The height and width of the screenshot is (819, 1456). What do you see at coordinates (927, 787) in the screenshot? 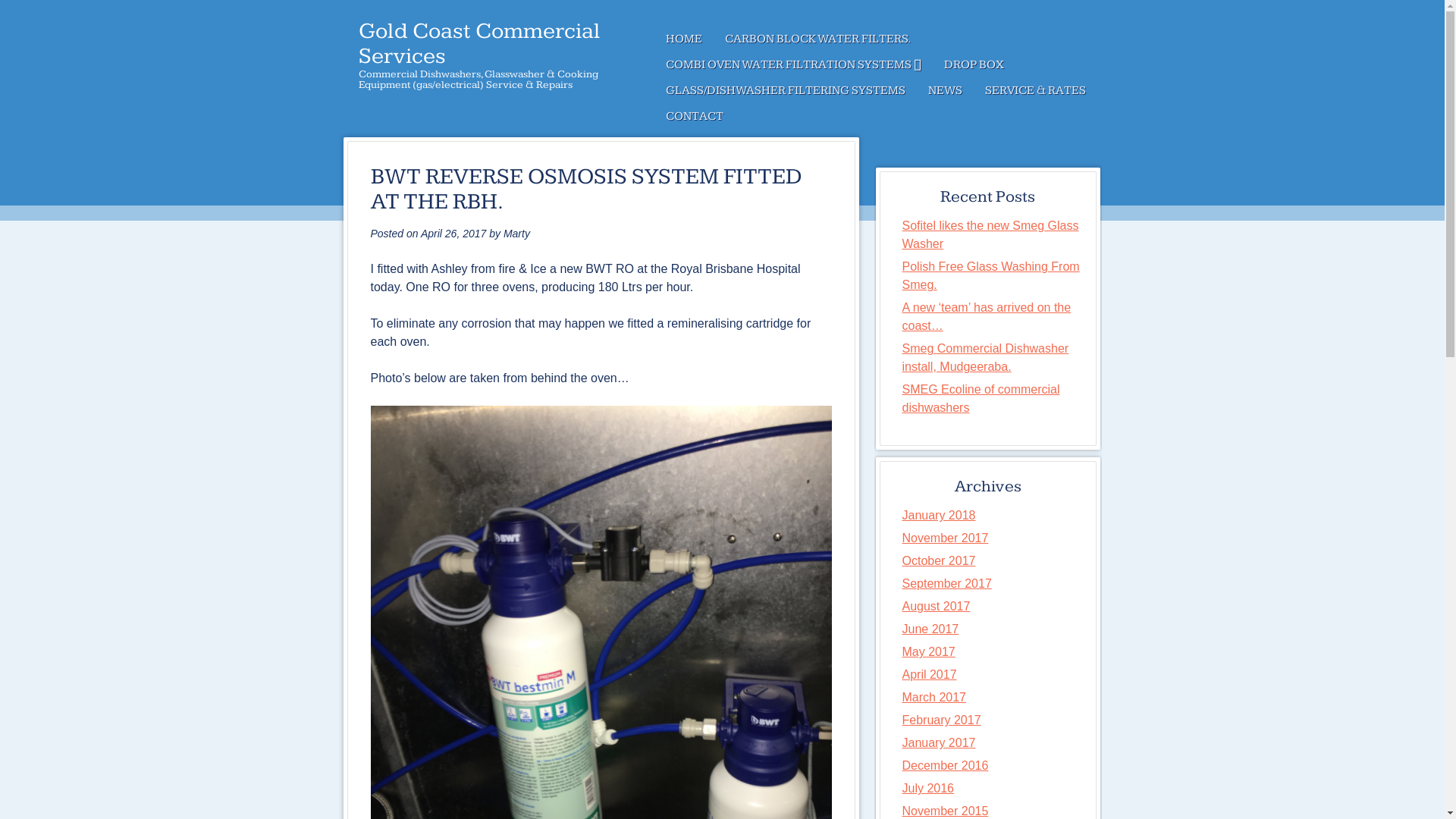
I see `'July 2016'` at bounding box center [927, 787].